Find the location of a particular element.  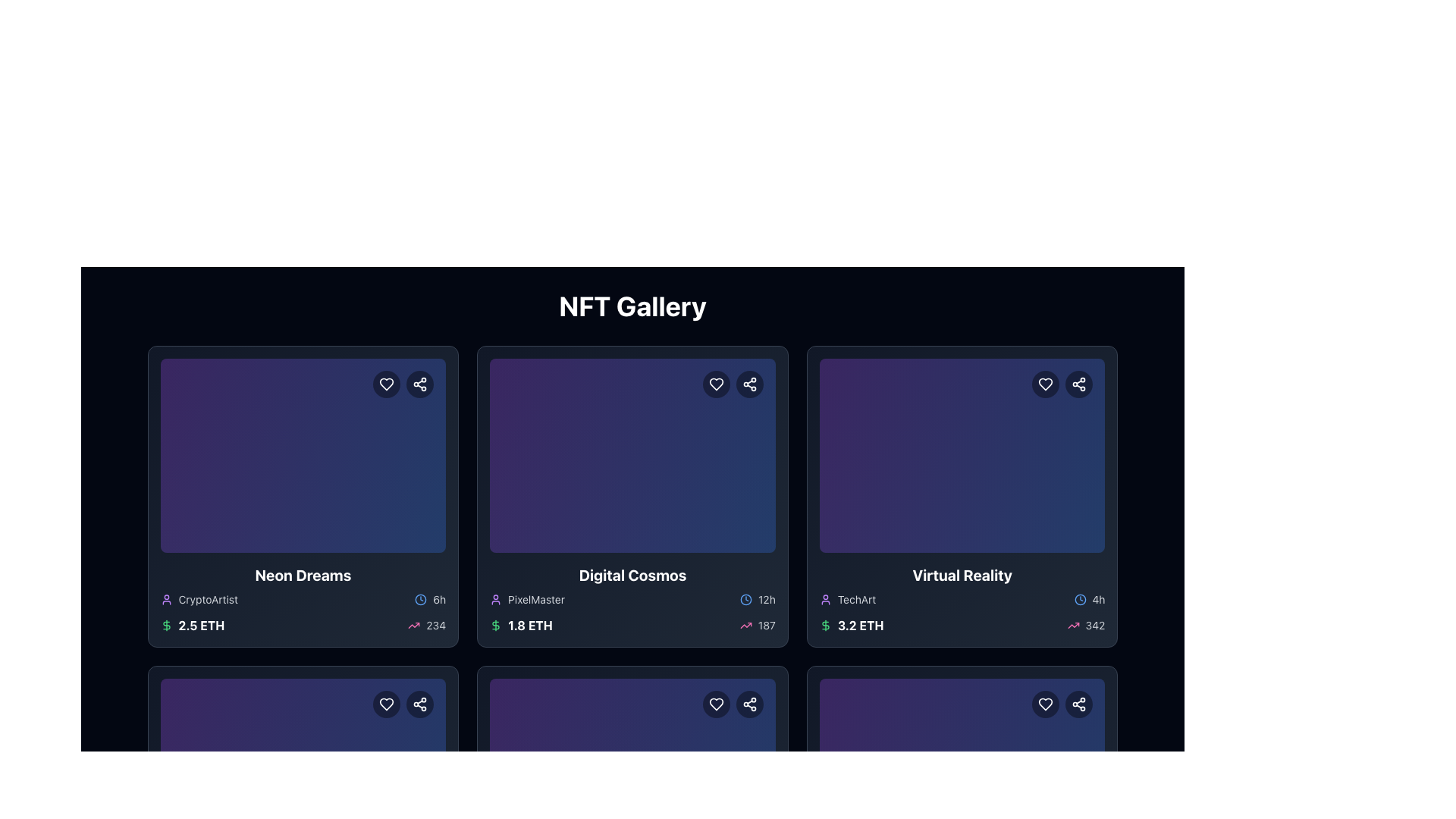

the upward trend indicator icon located to the left of the text '187' within the lower section of the 'Digital Cosmos' card is located at coordinates (745, 626).